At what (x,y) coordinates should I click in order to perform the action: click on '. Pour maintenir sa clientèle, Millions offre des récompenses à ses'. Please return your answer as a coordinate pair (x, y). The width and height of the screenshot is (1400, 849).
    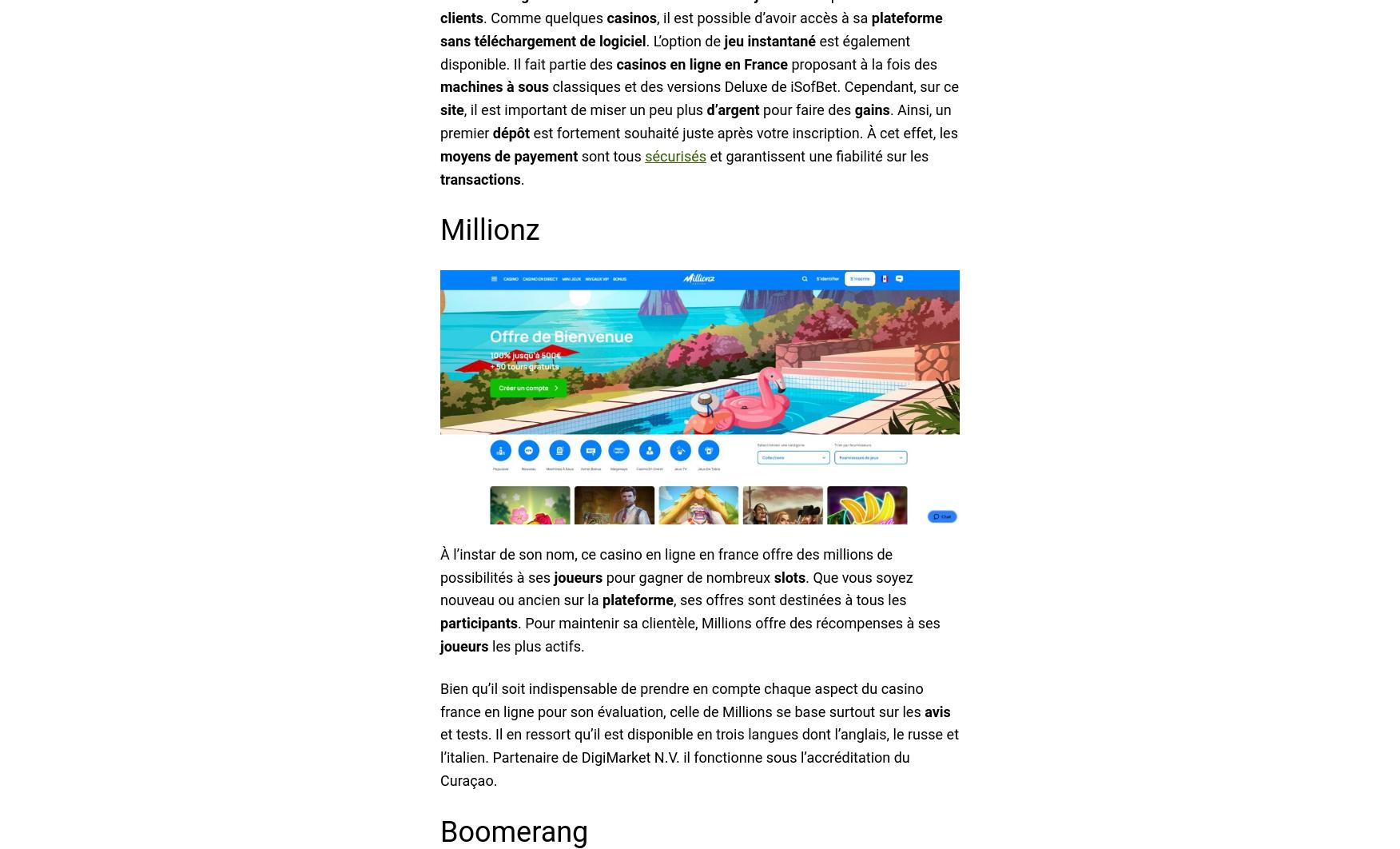
    Looking at the image, I should click on (728, 623).